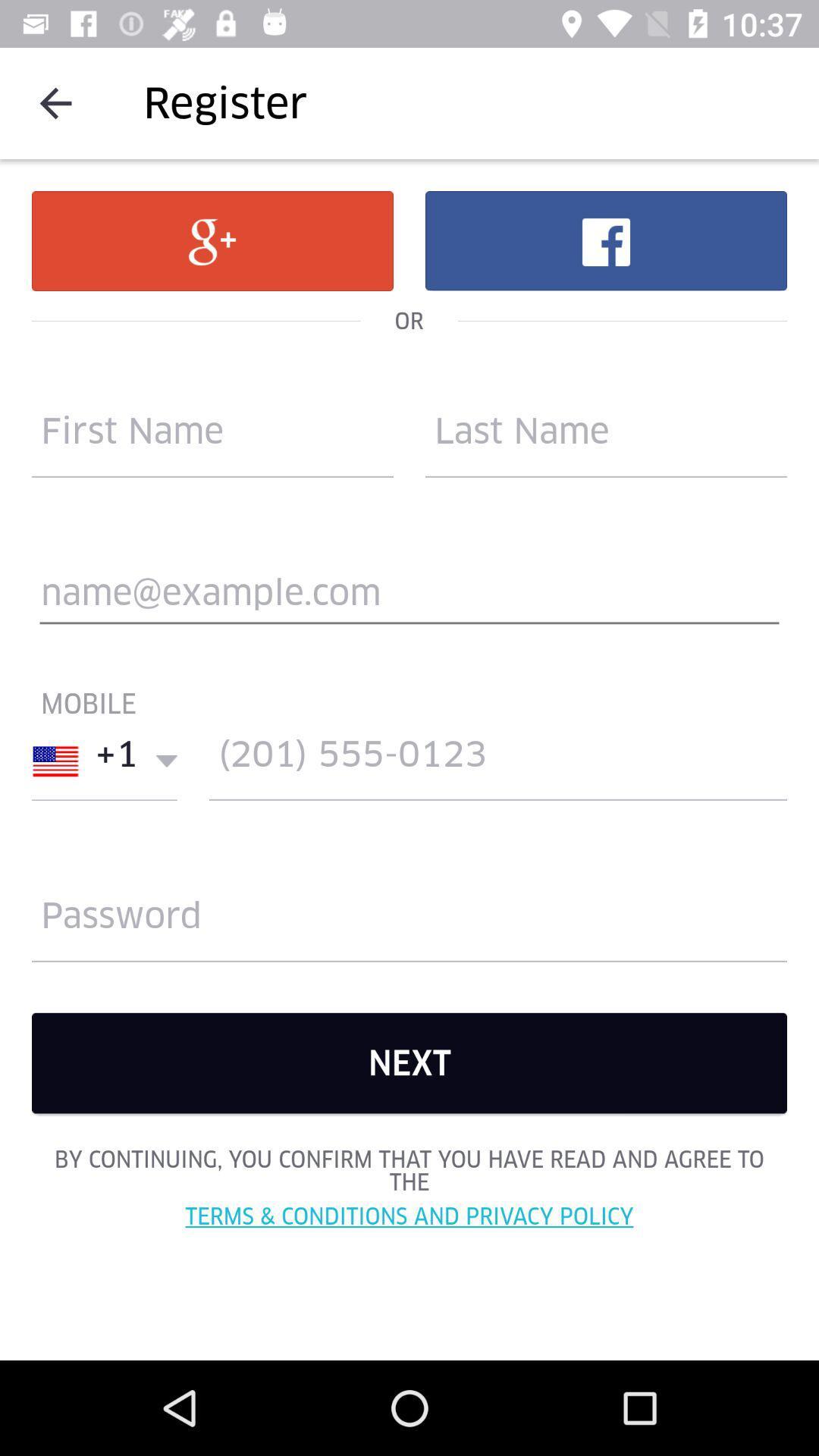 The width and height of the screenshot is (819, 1456). What do you see at coordinates (212, 438) in the screenshot?
I see `first name` at bounding box center [212, 438].